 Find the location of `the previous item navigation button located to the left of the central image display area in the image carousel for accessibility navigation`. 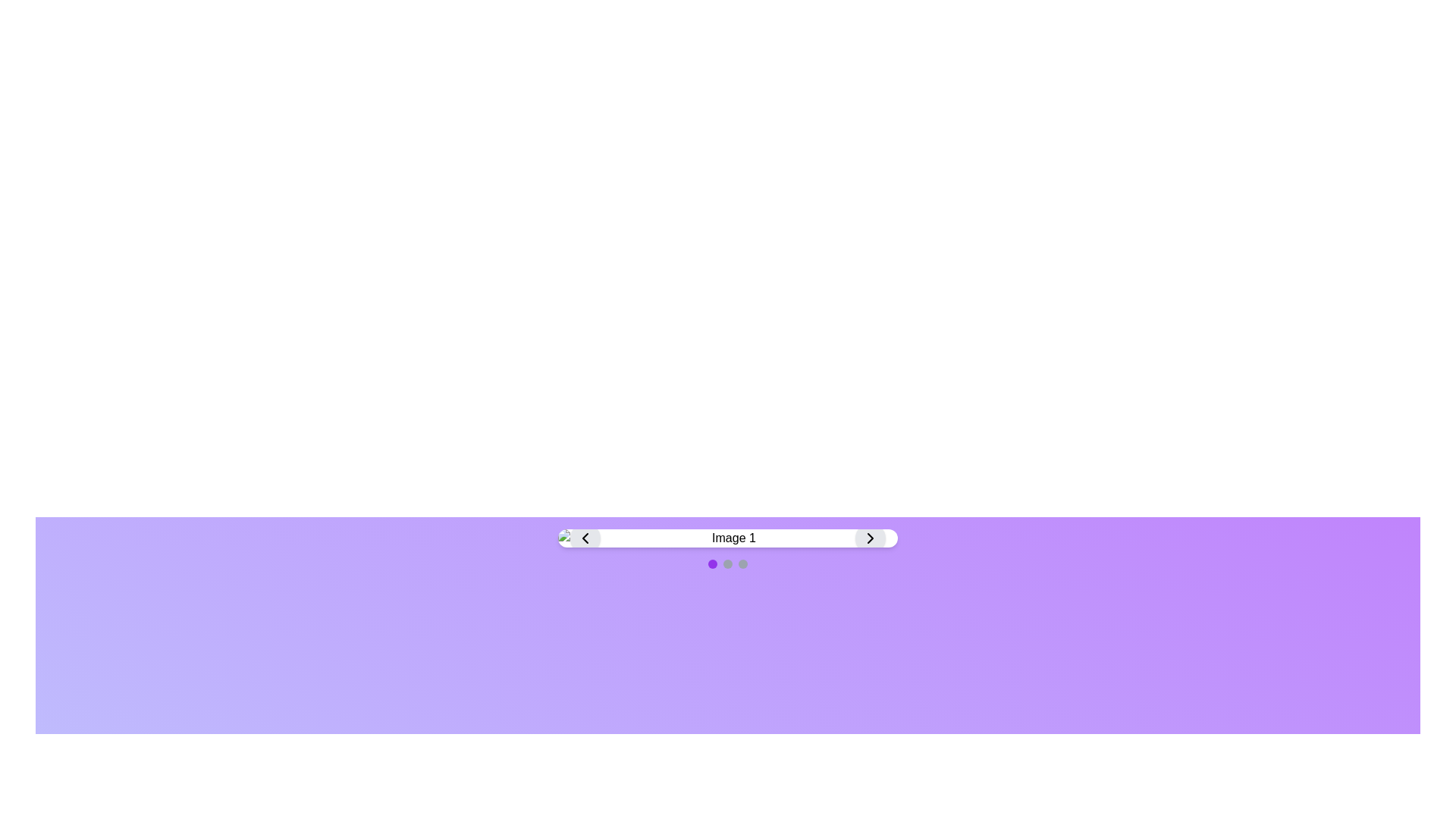

the previous item navigation button located to the left of the central image display area in the image carousel for accessibility navigation is located at coordinates (585, 537).